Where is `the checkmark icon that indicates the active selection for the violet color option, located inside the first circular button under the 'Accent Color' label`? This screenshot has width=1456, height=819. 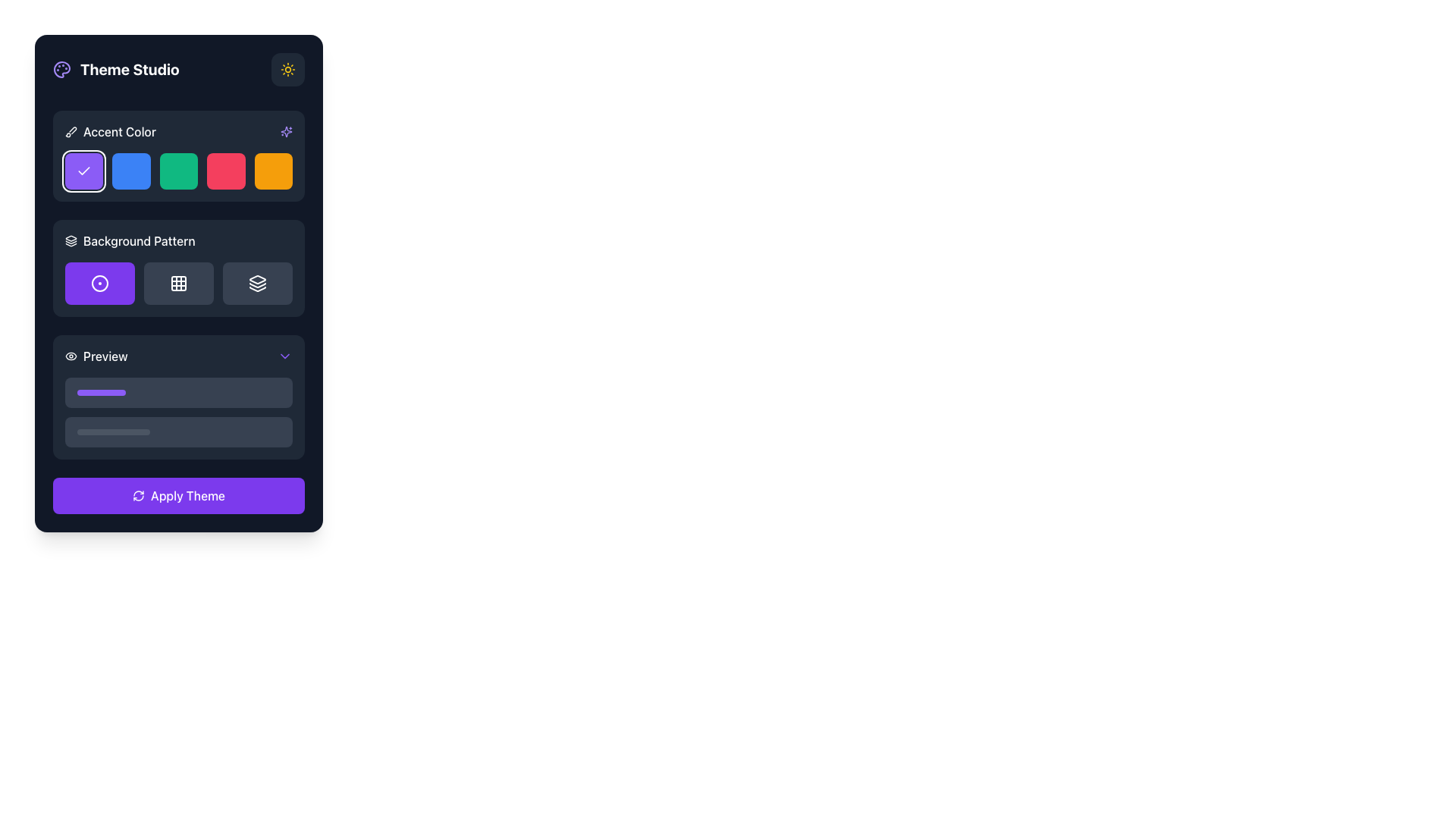 the checkmark icon that indicates the active selection for the violet color option, located inside the first circular button under the 'Accent Color' label is located at coordinates (83, 171).